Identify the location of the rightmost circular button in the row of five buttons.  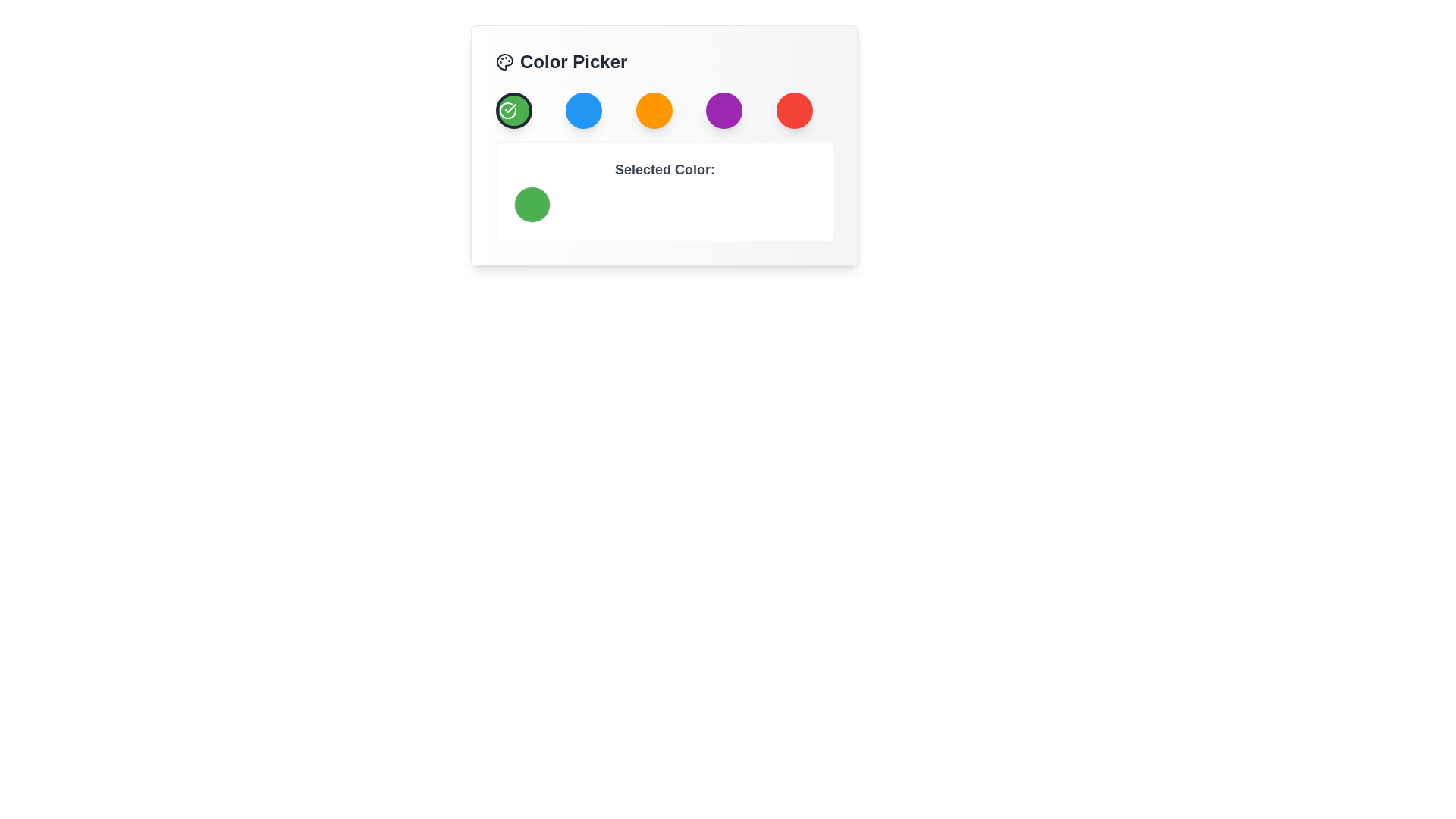
(793, 110).